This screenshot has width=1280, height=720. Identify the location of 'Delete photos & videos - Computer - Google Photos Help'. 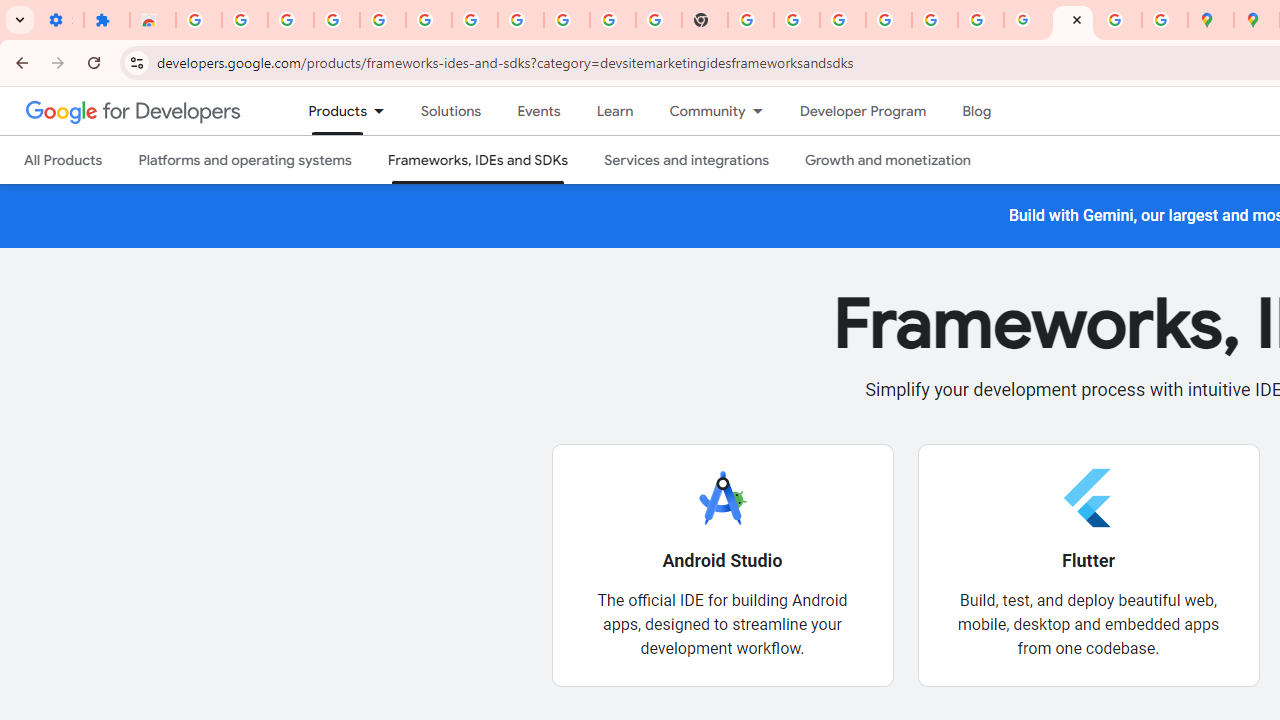
(336, 20).